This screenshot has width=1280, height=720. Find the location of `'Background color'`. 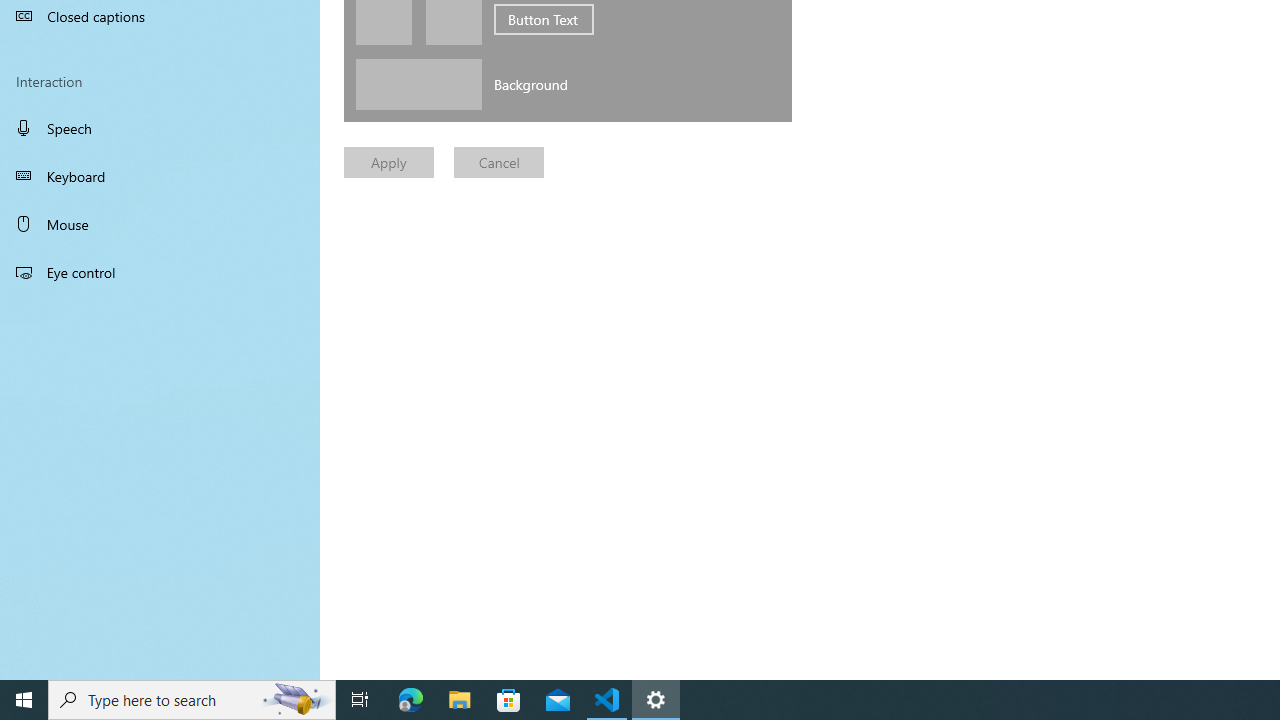

'Background color' is located at coordinates (417, 83).